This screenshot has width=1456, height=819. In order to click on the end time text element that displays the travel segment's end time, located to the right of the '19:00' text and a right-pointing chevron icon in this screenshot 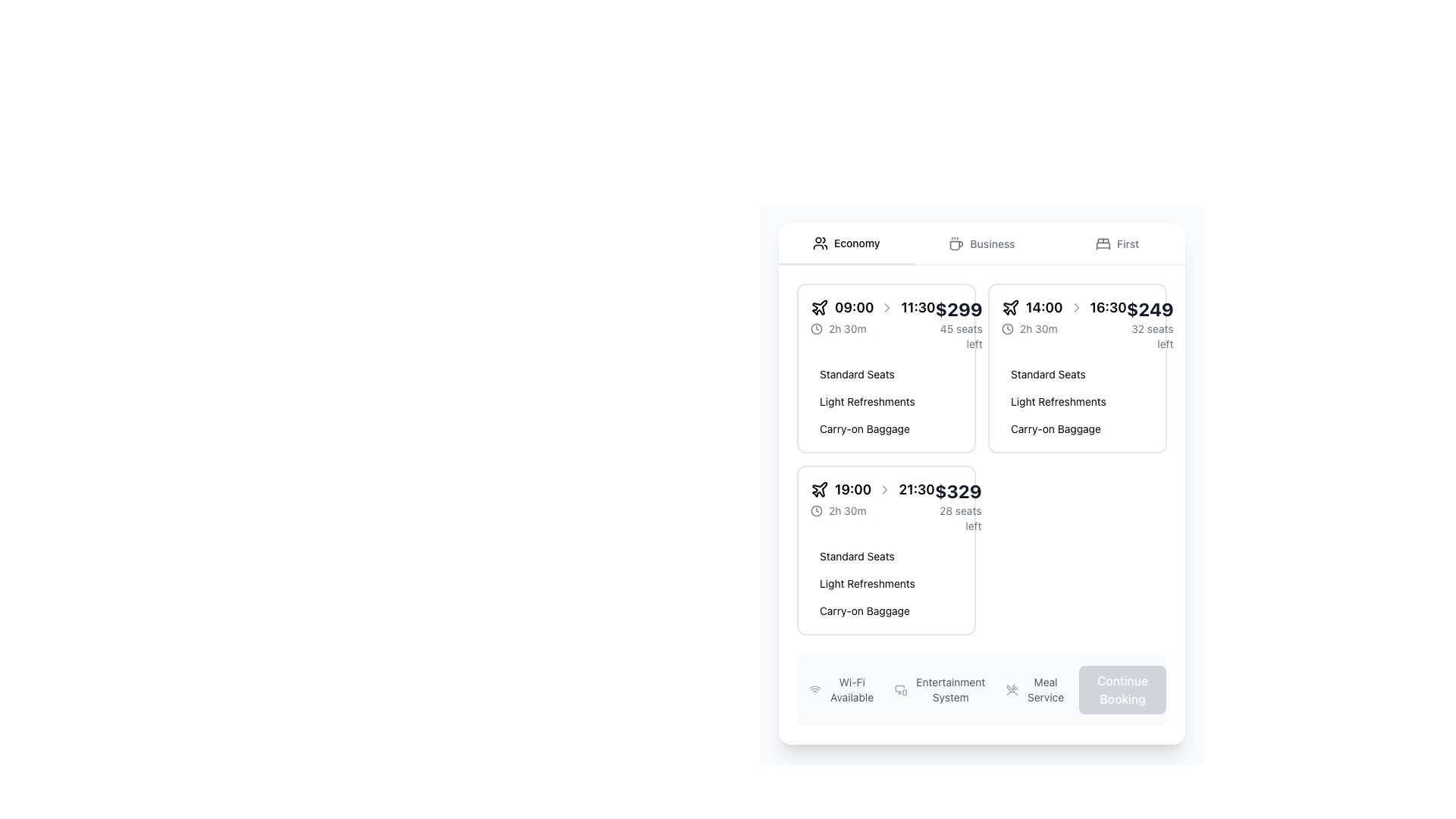, I will do `click(916, 489)`.